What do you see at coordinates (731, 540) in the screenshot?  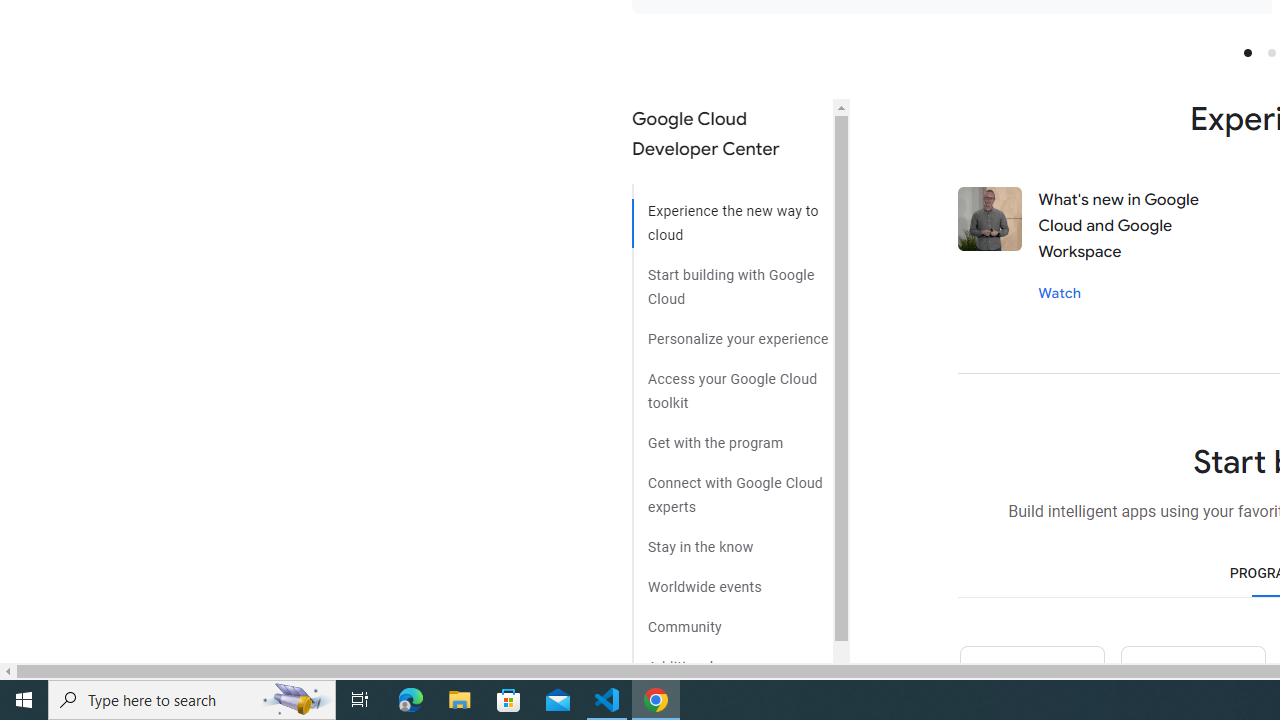 I see `'Stay in the know'` at bounding box center [731, 540].